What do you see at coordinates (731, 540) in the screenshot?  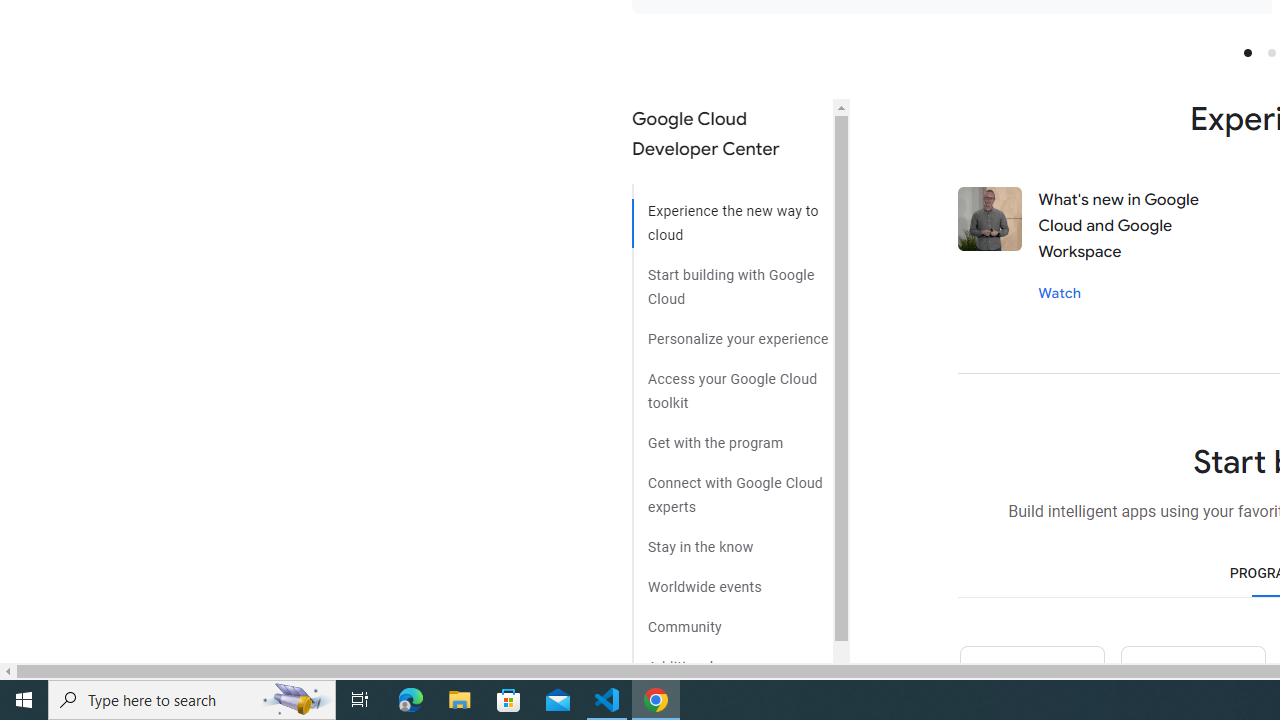 I see `'Stay in the know'` at bounding box center [731, 540].